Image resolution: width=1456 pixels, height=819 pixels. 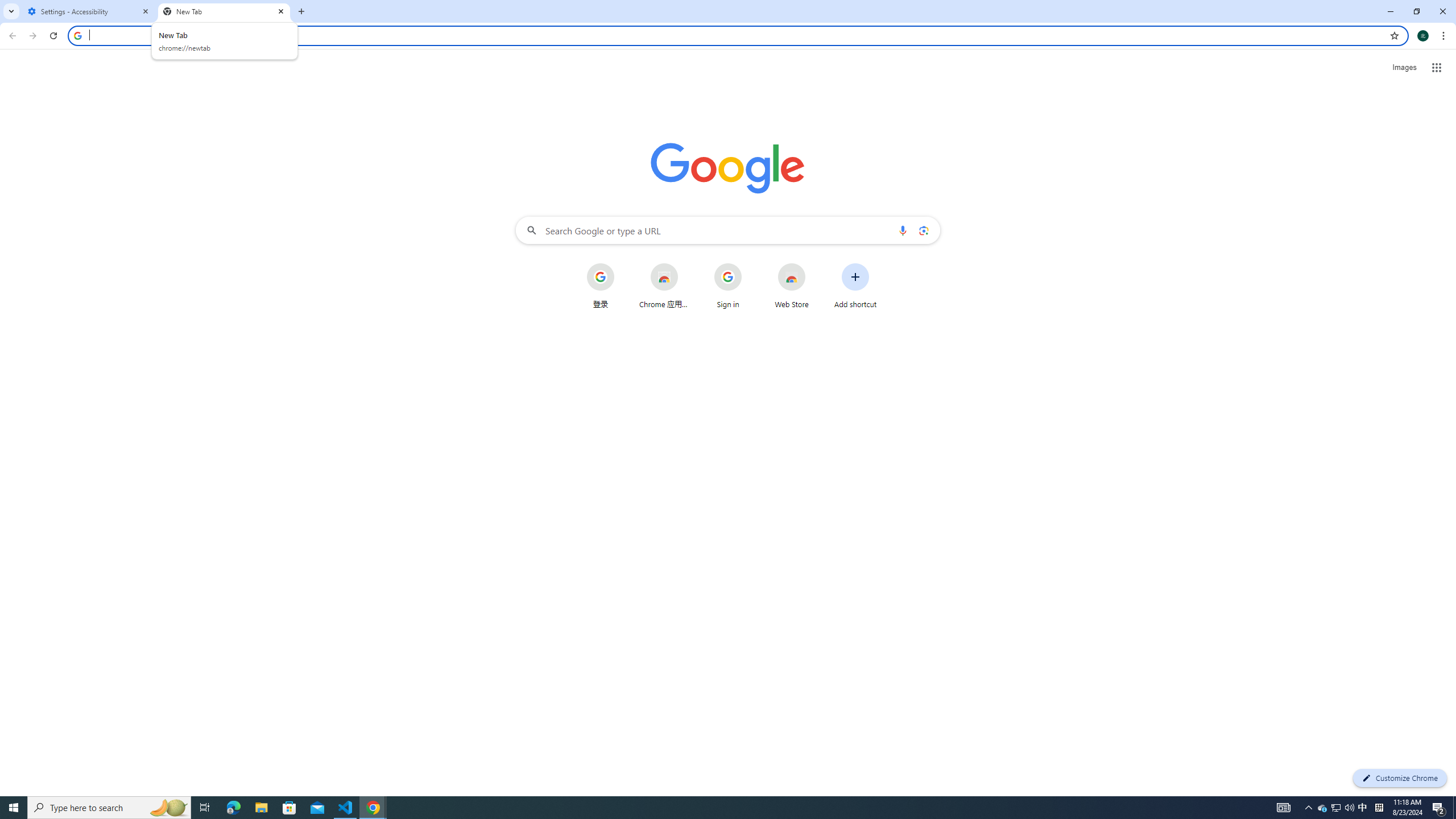 I want to click on 'More actions for Sign in shortcut', so click(x=750, y=264).